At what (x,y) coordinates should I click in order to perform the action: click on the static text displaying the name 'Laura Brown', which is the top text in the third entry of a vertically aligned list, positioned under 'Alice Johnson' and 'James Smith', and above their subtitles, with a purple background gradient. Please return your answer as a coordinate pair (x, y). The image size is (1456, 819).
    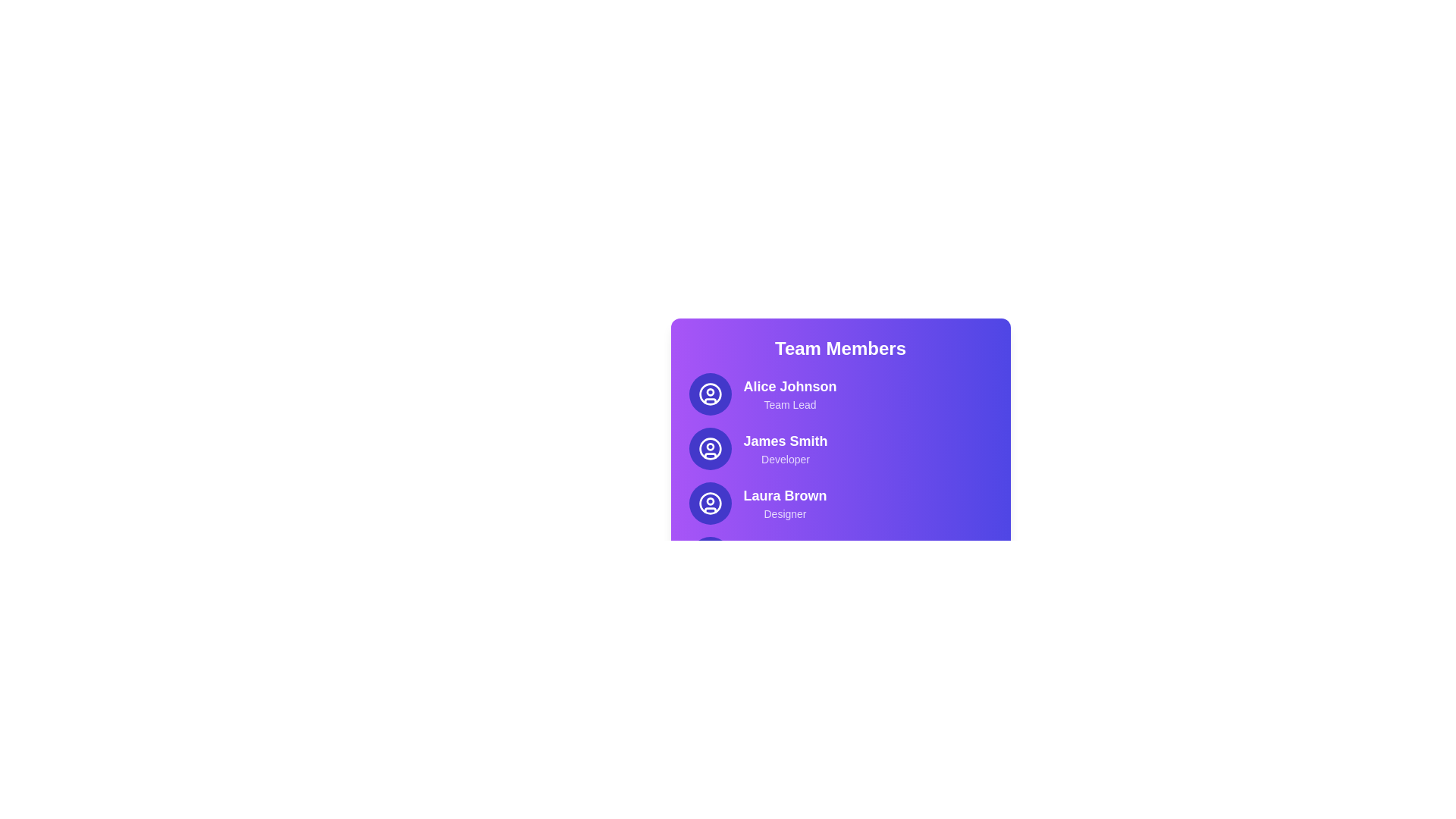
    Looking at the image, I should click on (785, 496).